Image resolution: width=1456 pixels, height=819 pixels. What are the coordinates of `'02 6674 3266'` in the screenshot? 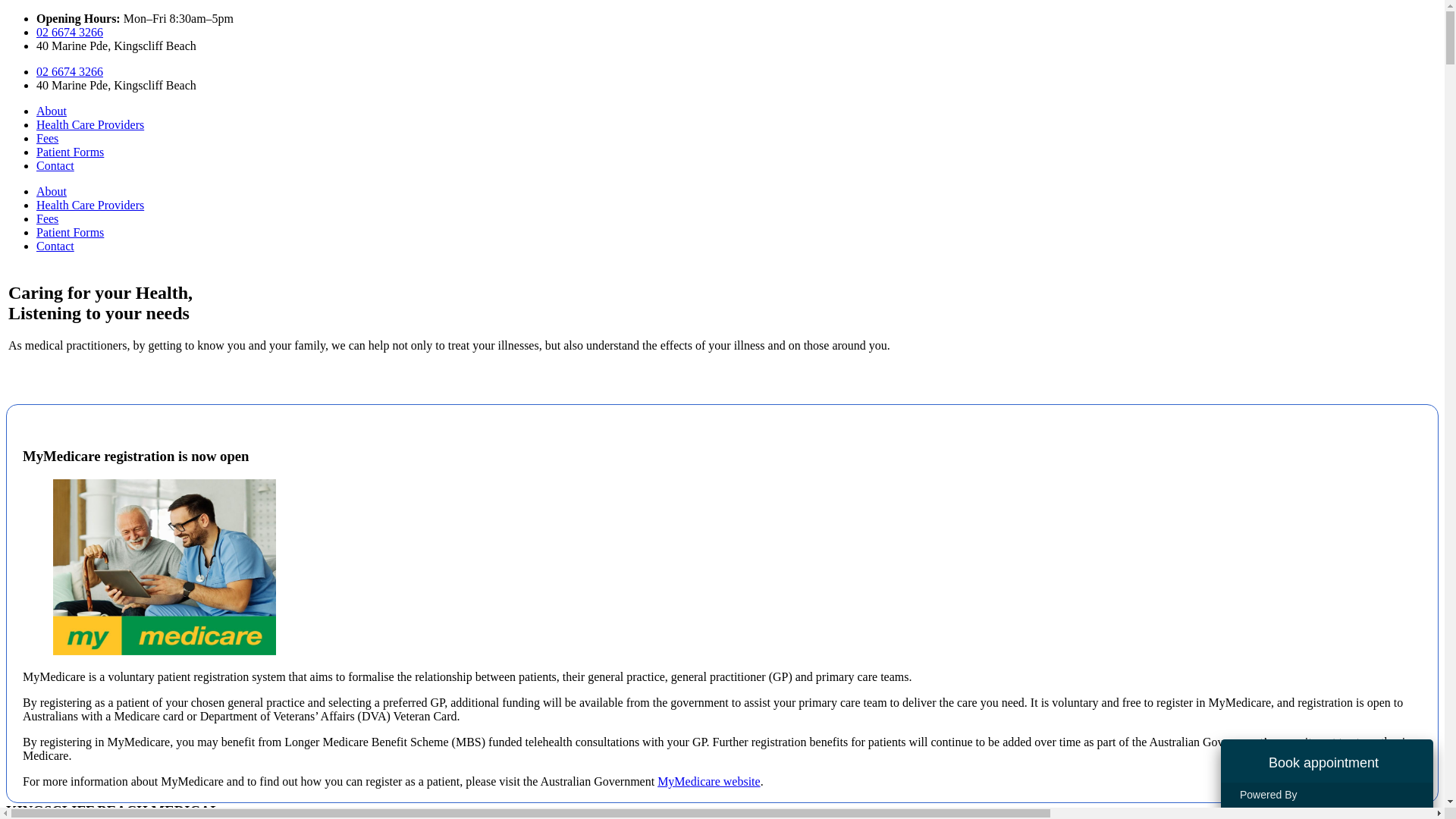 It's located at (68, 32).